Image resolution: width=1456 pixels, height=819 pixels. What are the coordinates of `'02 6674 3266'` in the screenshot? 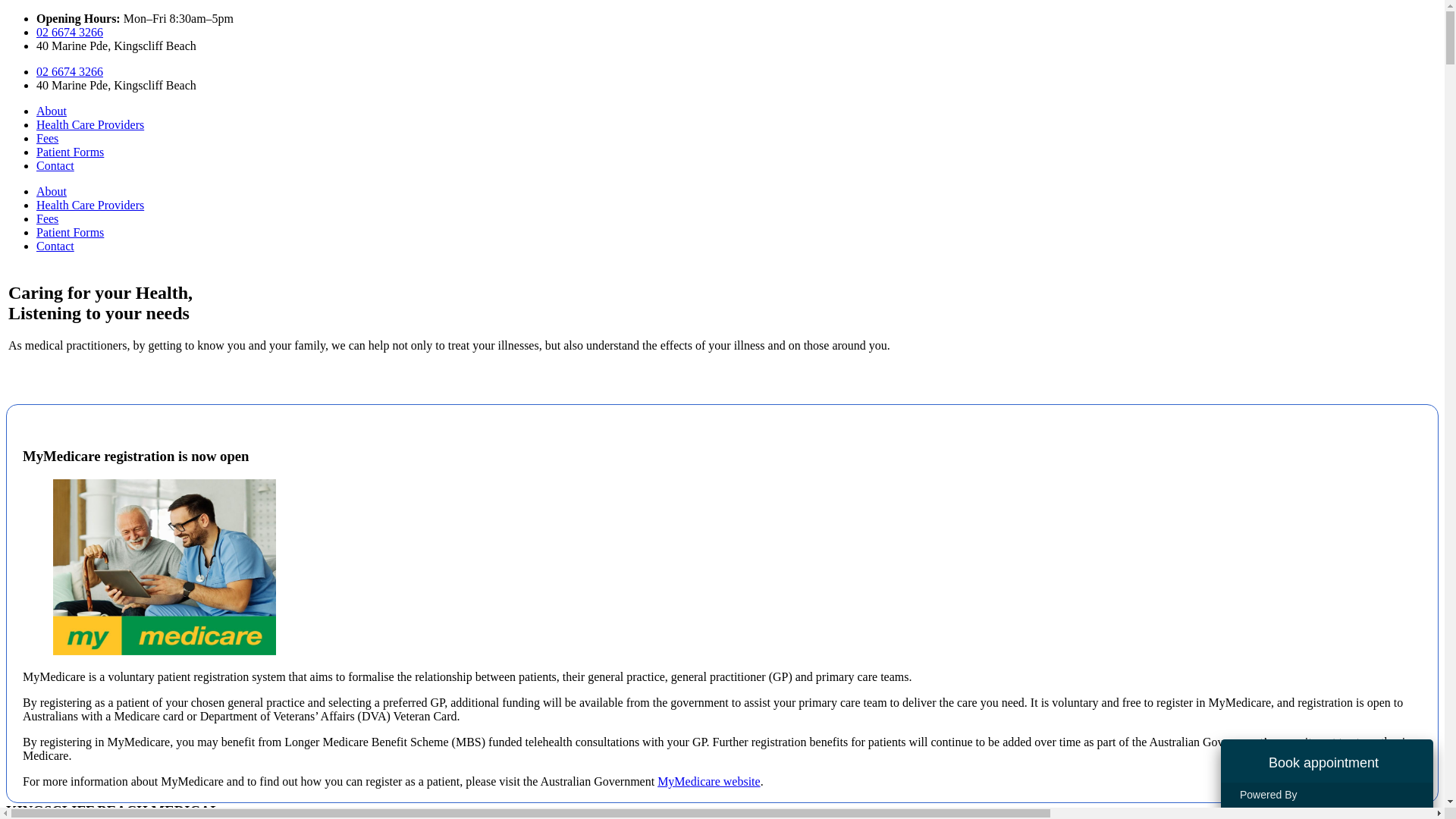 It's located at (68, 32).